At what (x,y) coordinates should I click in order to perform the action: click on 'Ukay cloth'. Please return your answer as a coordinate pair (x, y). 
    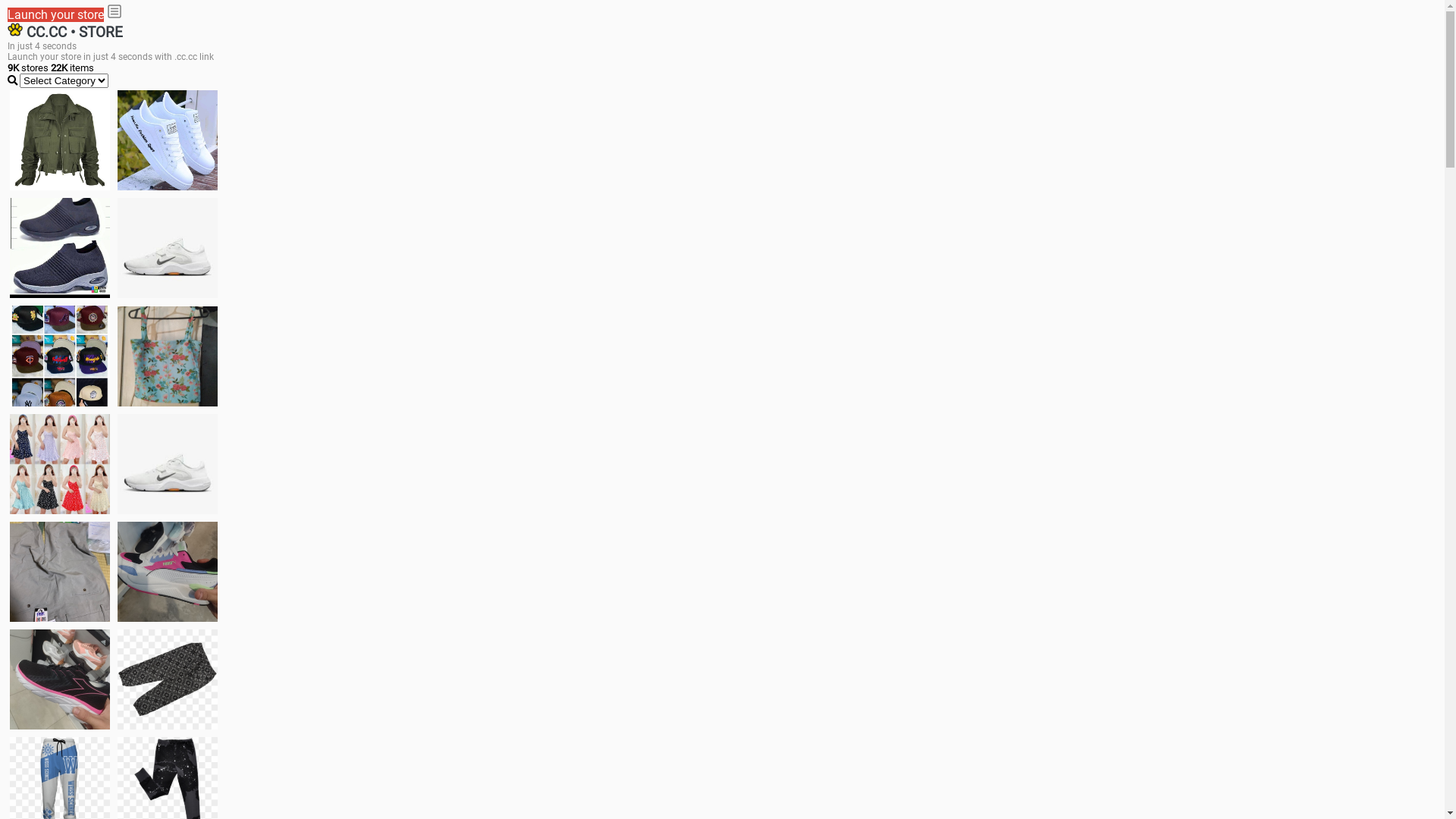
    Looking at the image, I should click on (116, 356).